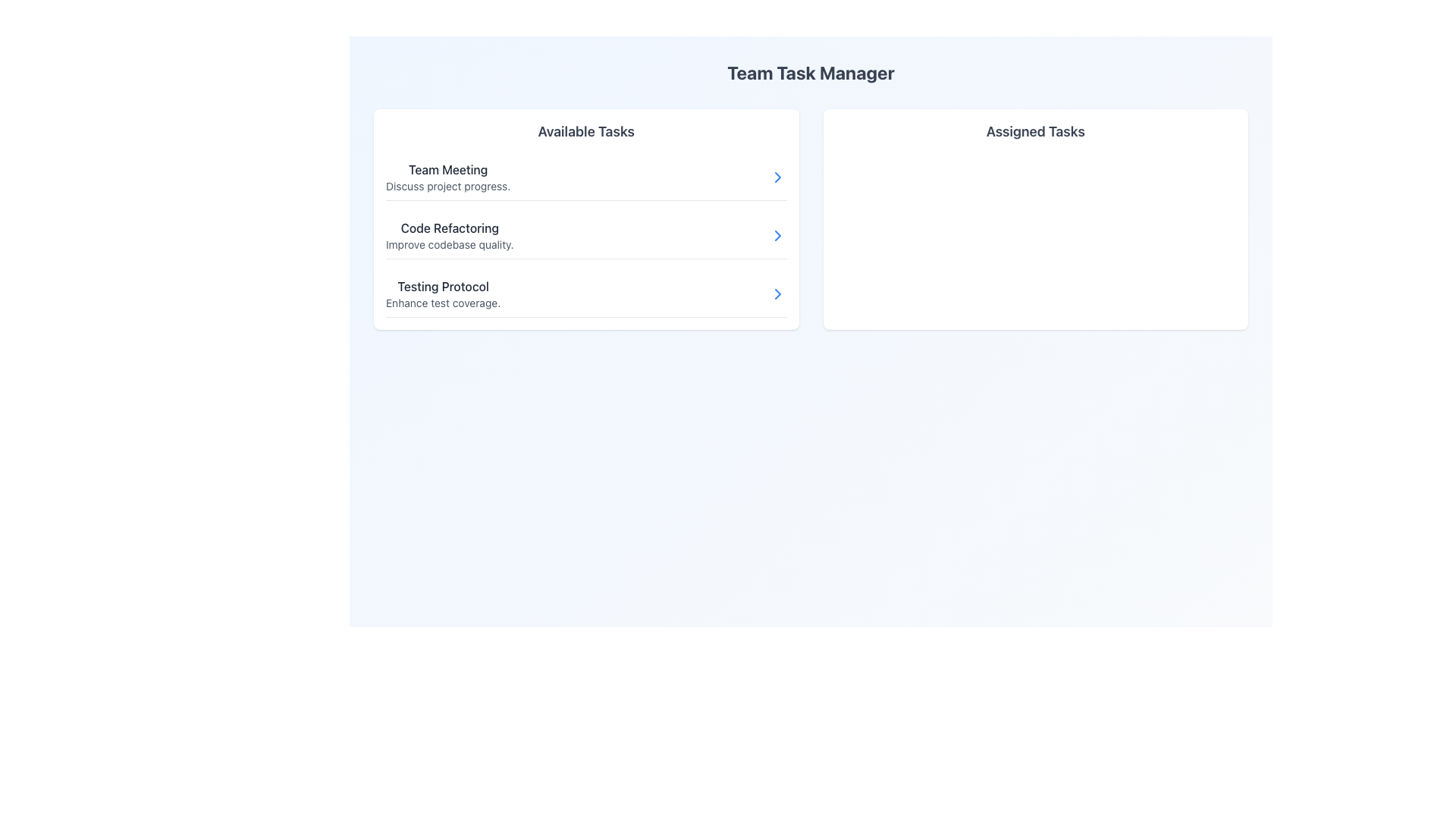  I want to click on the 'Team Meeting' list entry, so click(585, 177).